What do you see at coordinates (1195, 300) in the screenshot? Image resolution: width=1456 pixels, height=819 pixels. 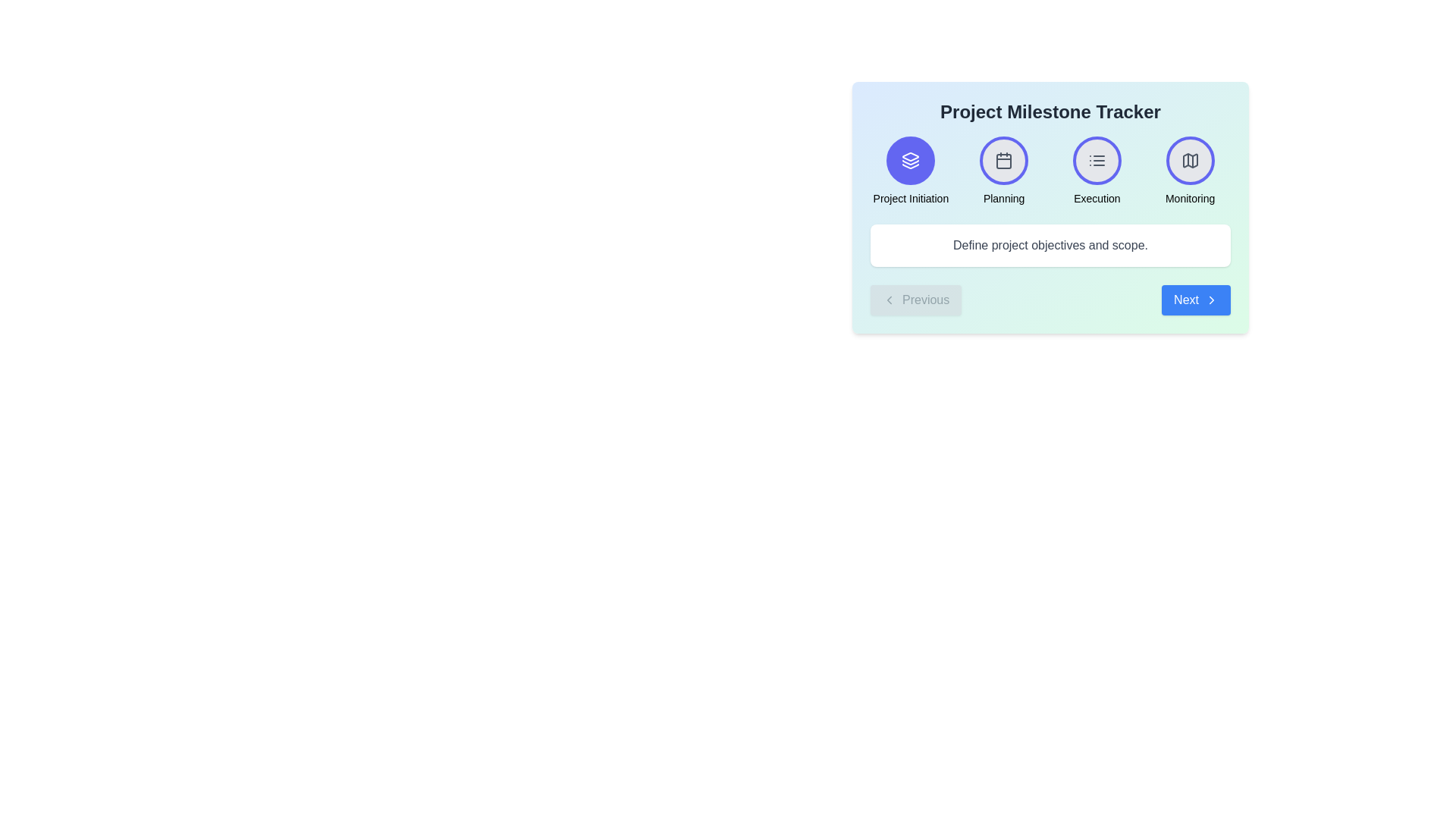 I see `the blue button labeled 'Next' with rounded corners located at the bottom-right section of the interface` at bounding box center [1195, 300].